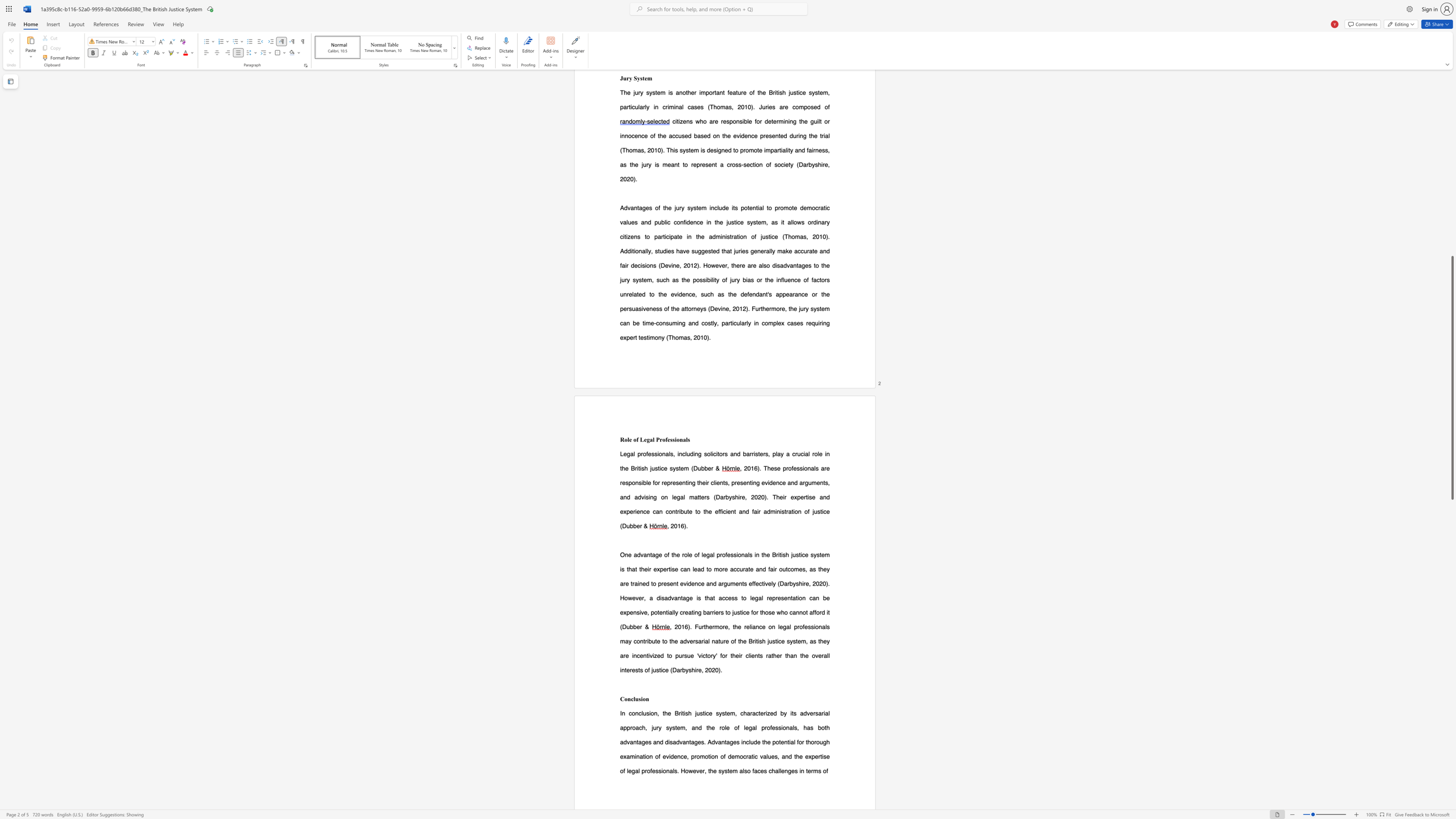  I want to click on the 1th character "f" in the text, so click(653, 483).